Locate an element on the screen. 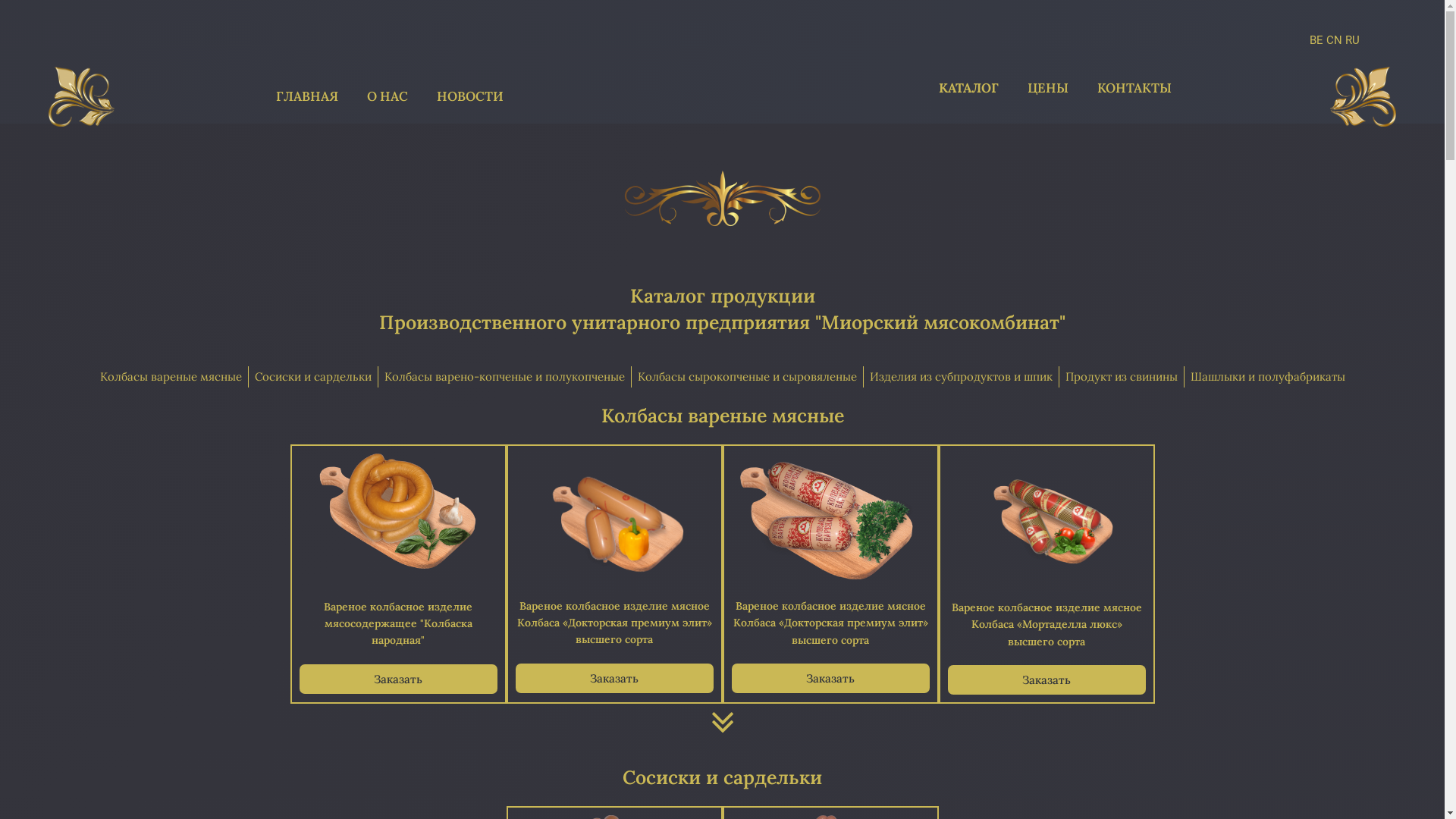 The height and width of the screenshot is (819, 1456). 'RU' is located at coordinates (1352, 39).